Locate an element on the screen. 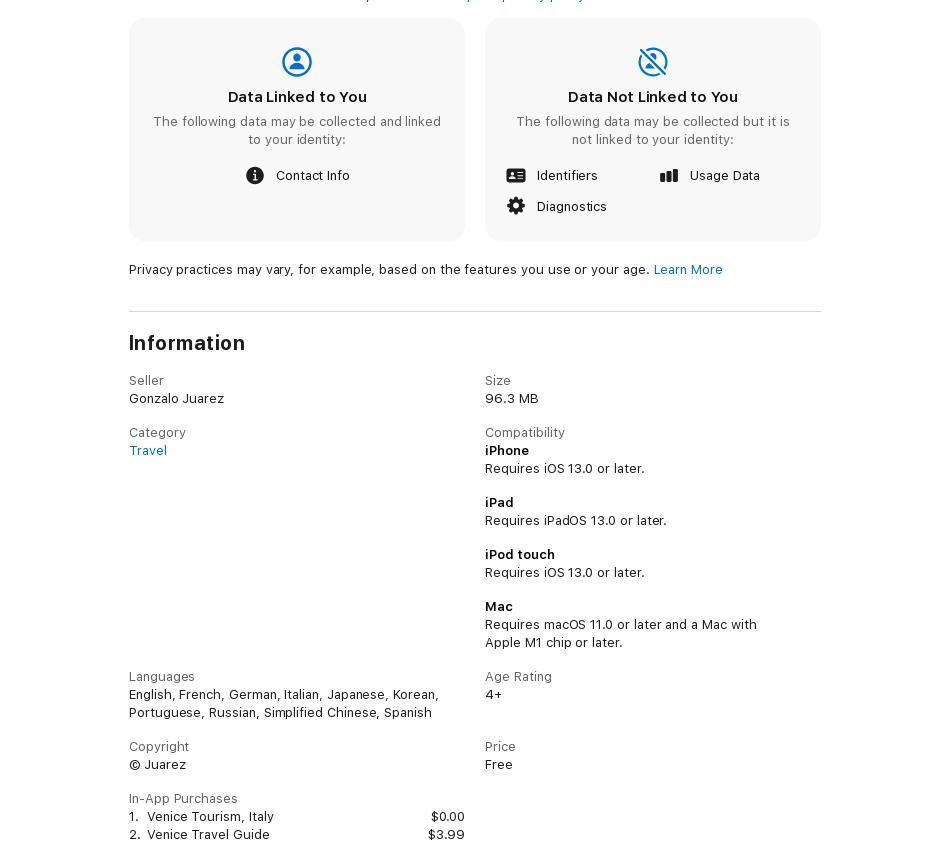  'Data Linked to You' is located at coordinates (295, 95).